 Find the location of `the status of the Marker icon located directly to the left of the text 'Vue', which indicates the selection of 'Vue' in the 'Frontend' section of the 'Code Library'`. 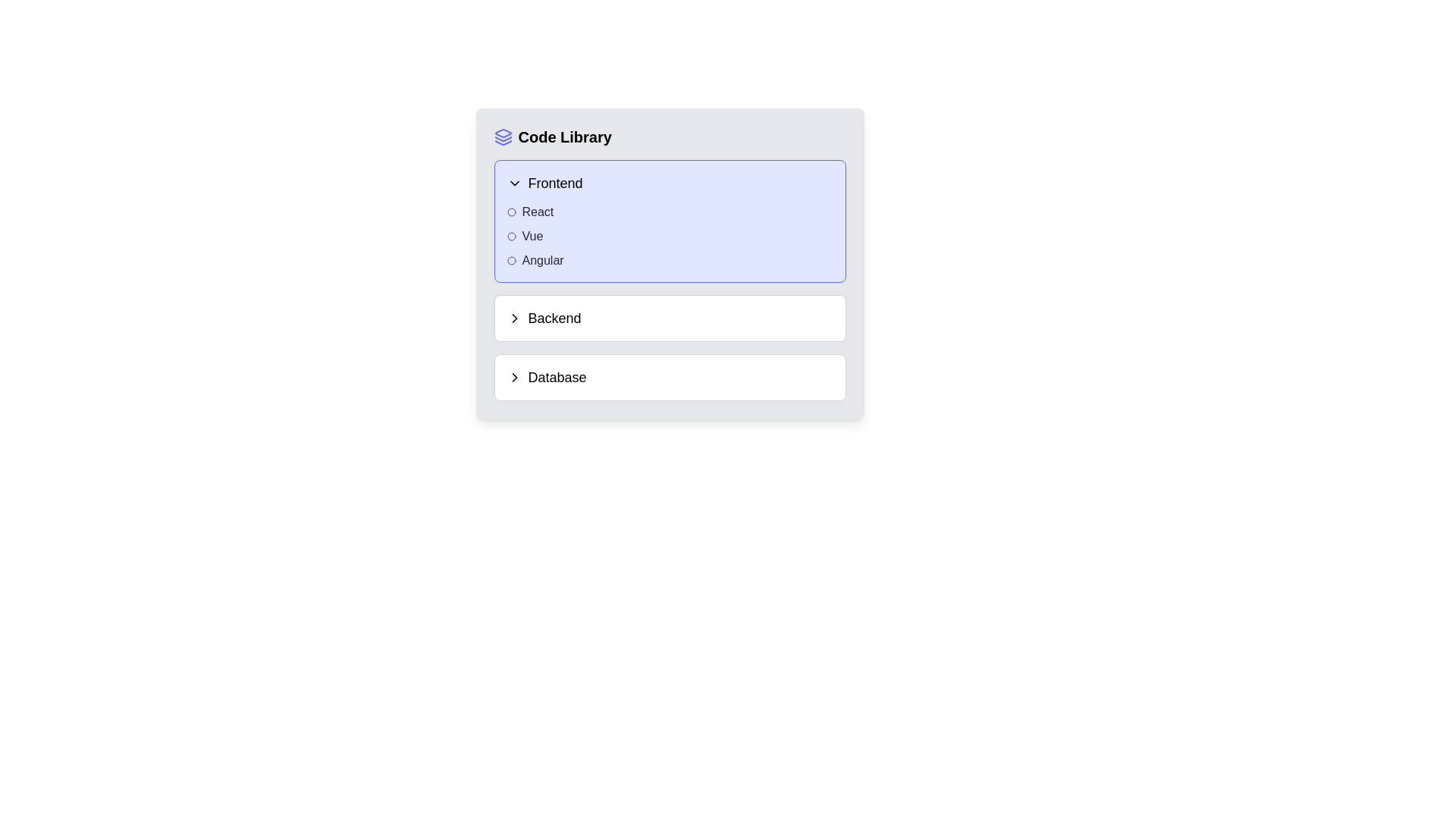

the status of the Marker icon located directly to the left of the text 'Vue', which indicates the selection of 'Vue' in the 'Frontend' section of the 'Code Library' is located at coordinates (511, 237).